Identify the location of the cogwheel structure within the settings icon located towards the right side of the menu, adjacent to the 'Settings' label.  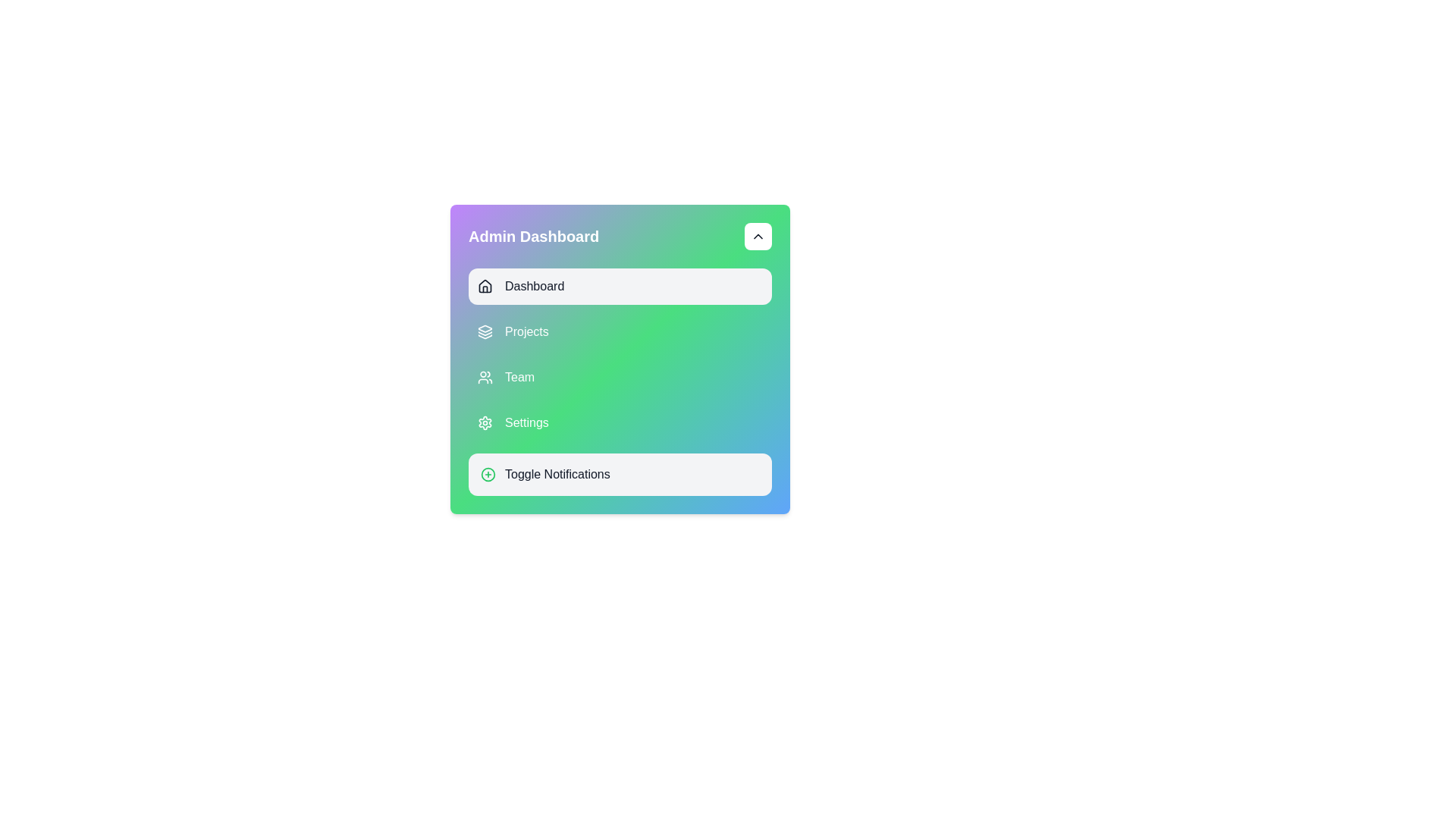
(484, 423).